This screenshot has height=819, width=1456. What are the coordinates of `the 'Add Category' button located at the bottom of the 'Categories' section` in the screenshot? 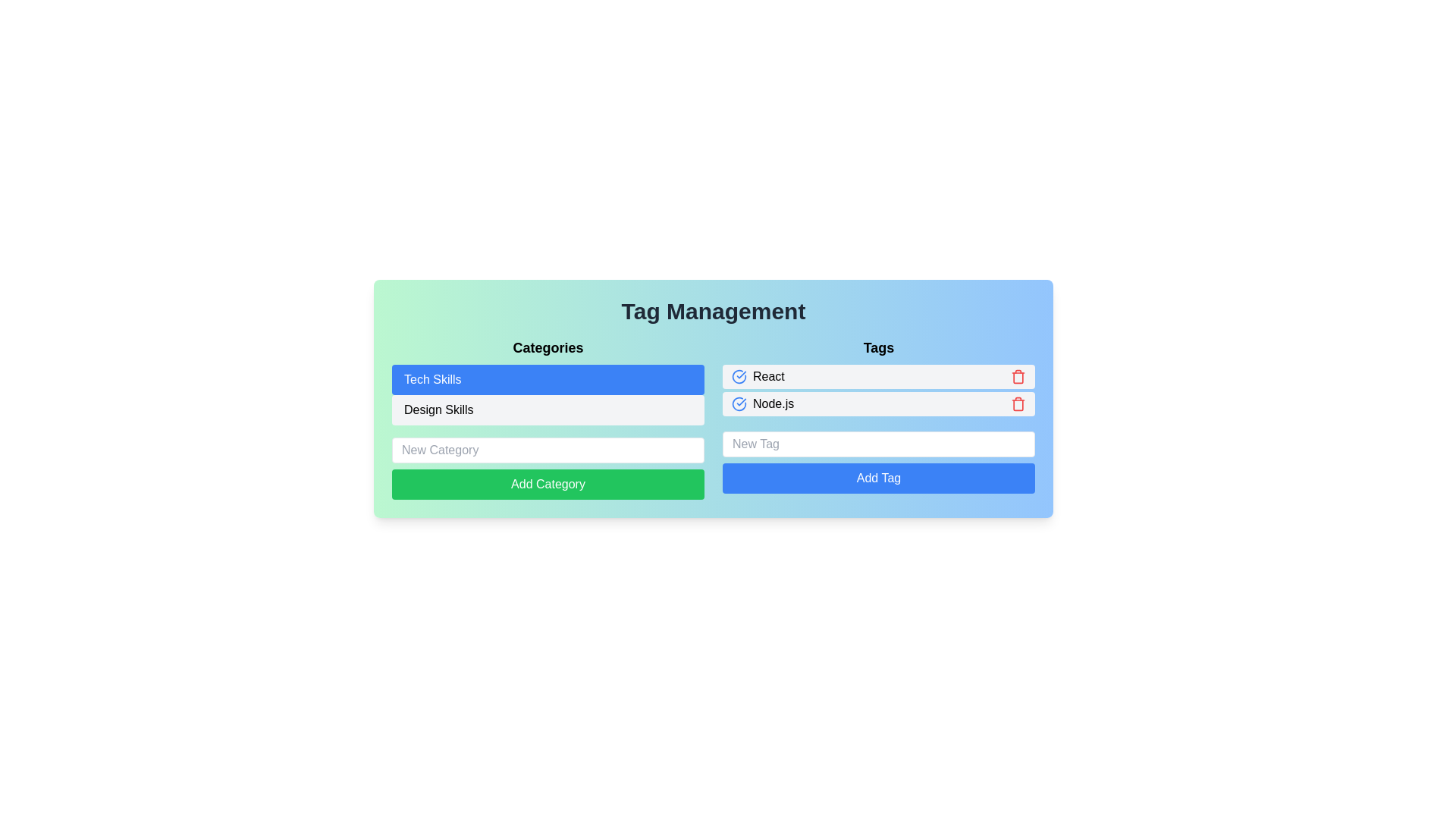 It's located at (548, 485).